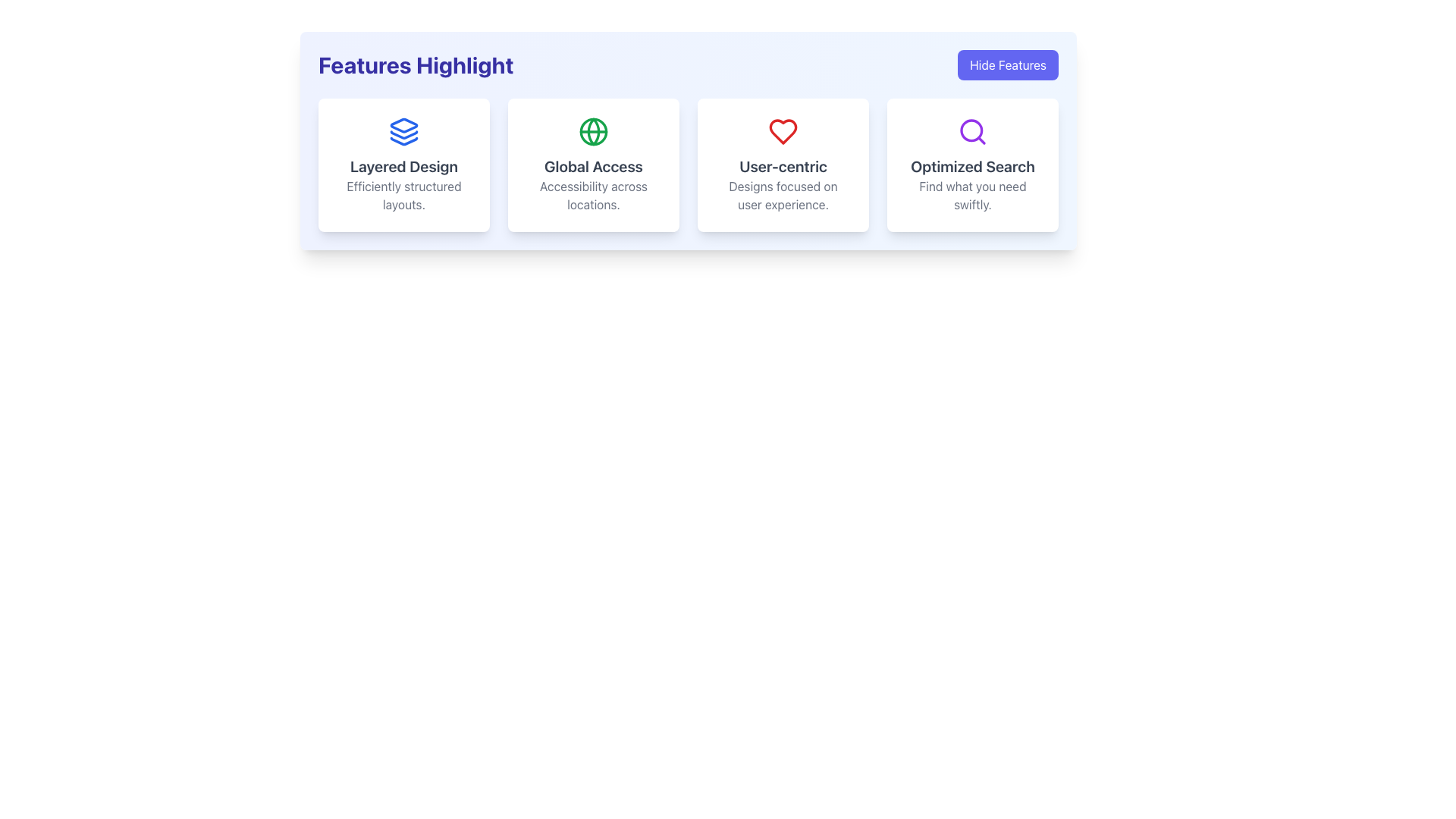  What do you see at coordinates (416, 64) in the screenshot?
I see `the prominently styled text element displaying 'Features Highlight' with a large, bold font size and indigo color, located at the top of the interface beside the 'Hide Features' button` at bounding box center [416, 64].